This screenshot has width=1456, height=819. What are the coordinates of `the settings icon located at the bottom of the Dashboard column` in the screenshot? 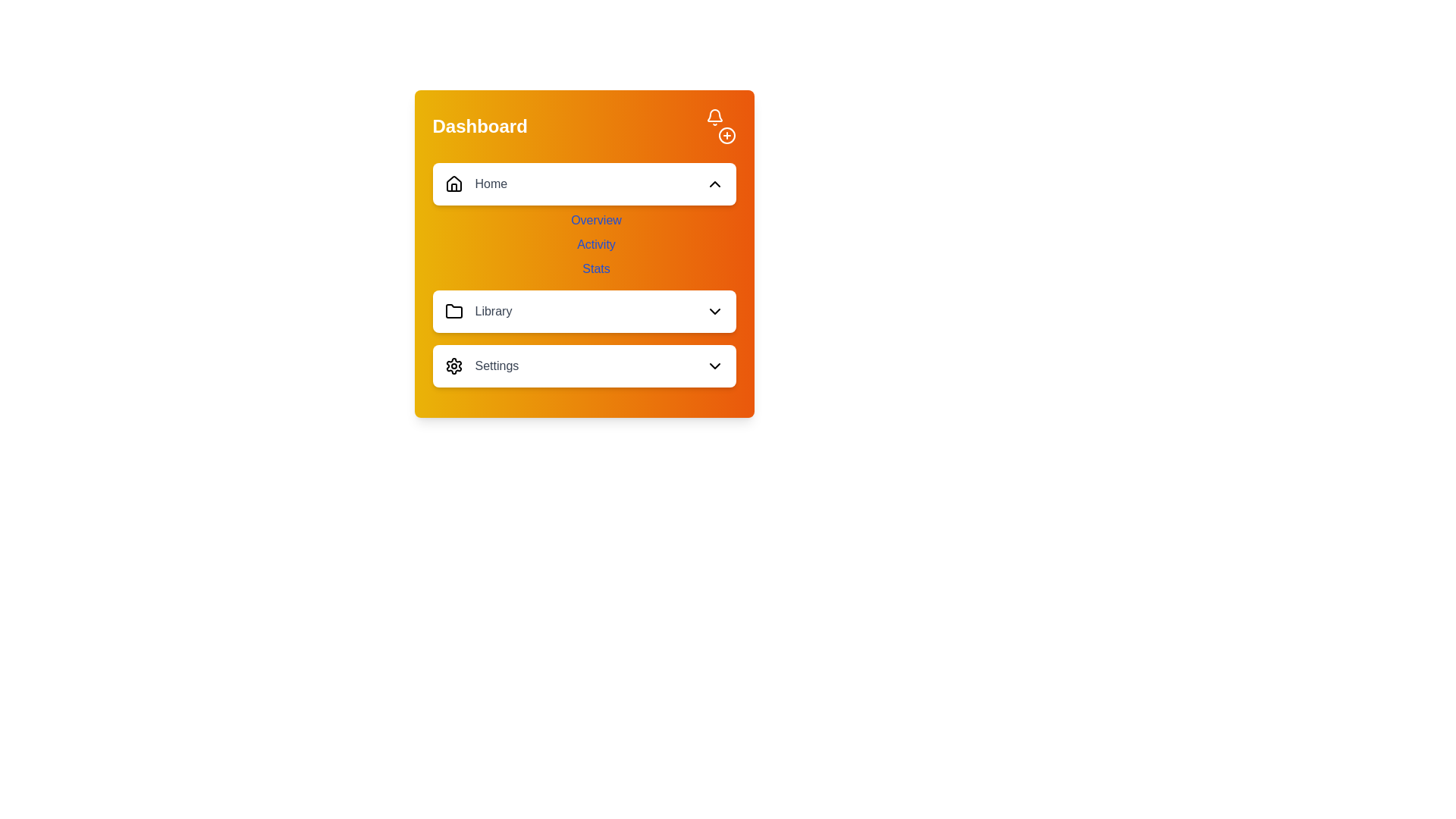 It's located at (453, 366).